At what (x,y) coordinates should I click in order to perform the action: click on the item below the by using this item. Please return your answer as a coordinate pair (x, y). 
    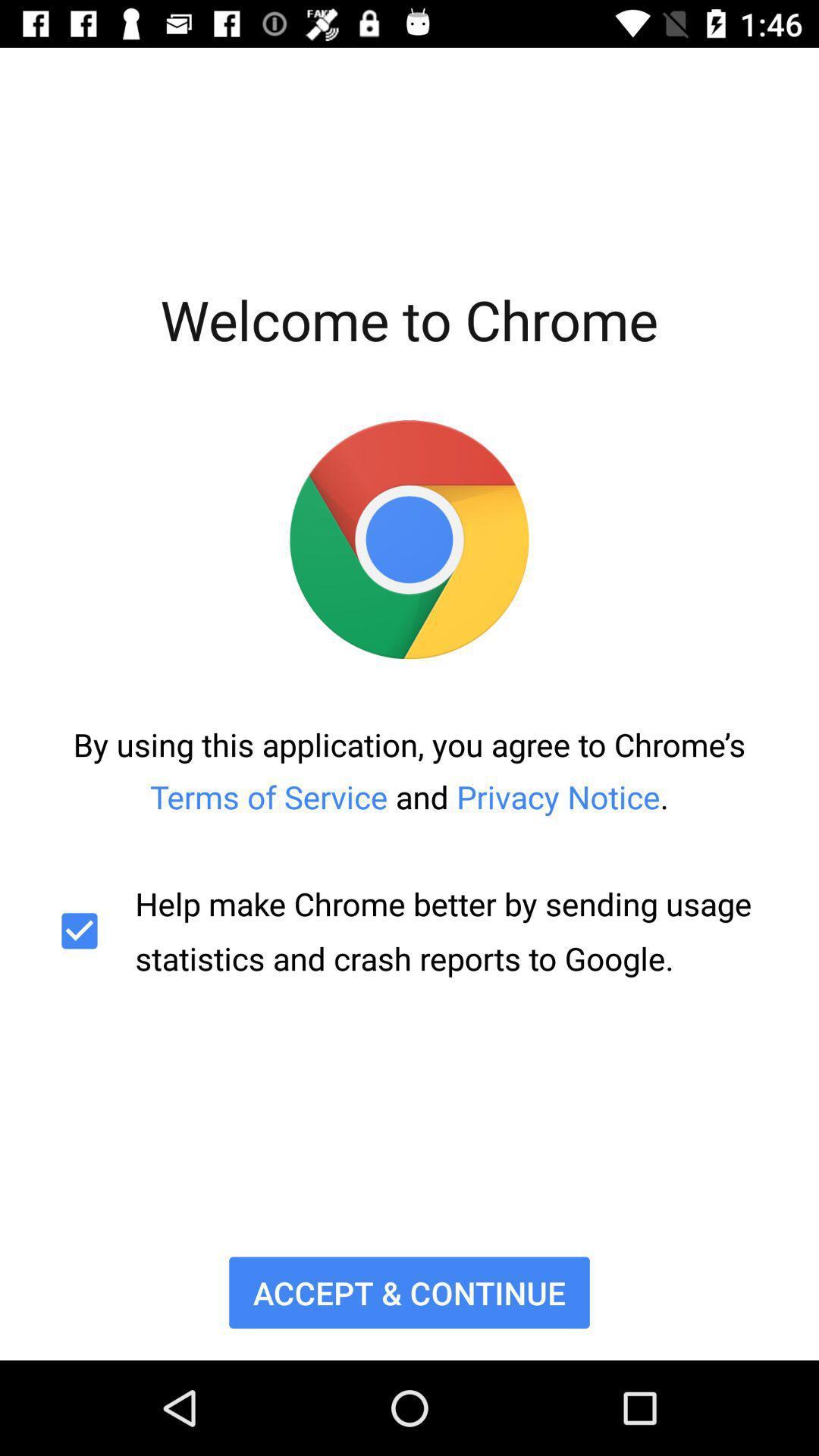
    Looking at the image, I should click on (409, 930).